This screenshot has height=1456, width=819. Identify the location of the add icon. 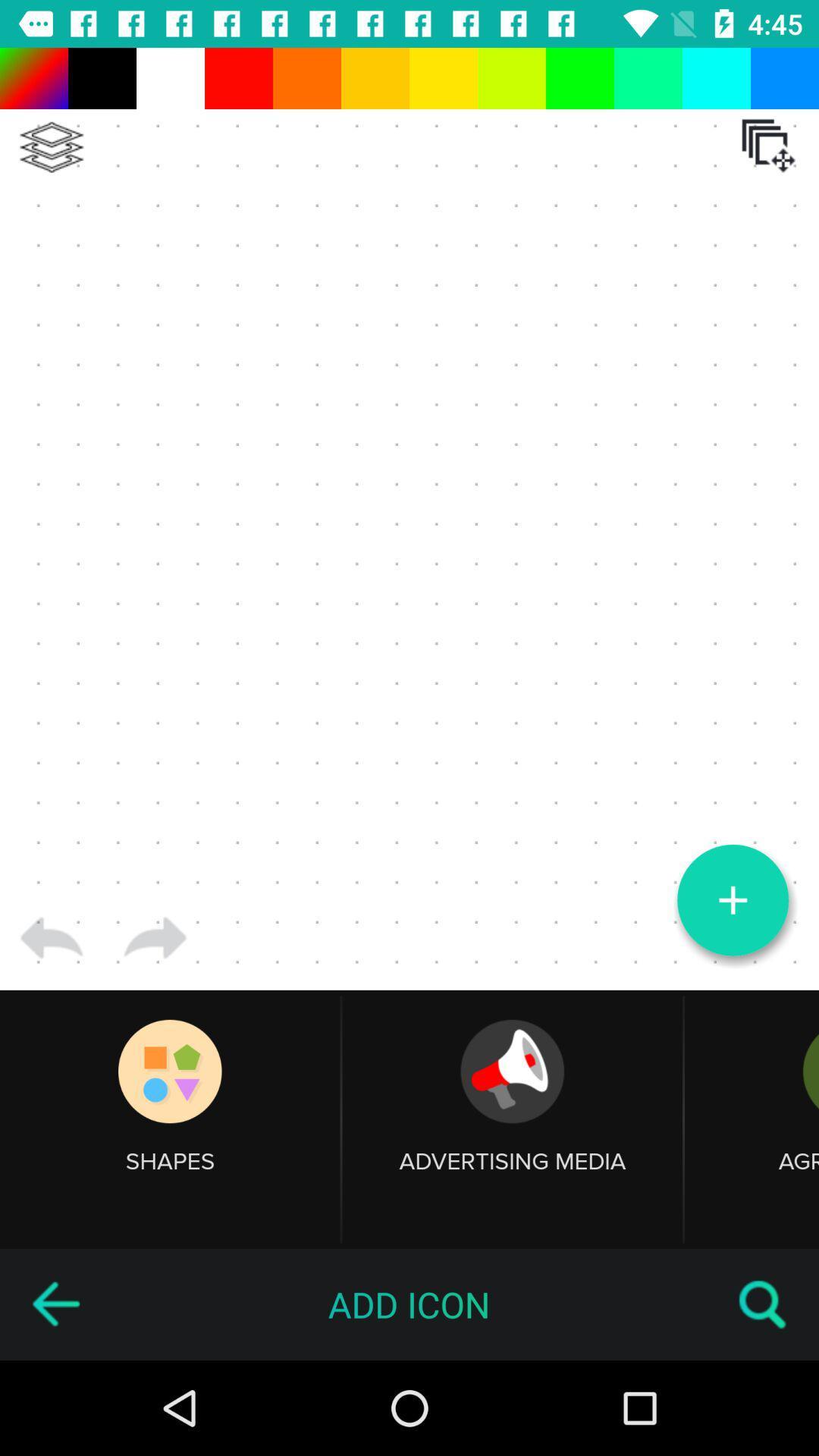
(732, 900).